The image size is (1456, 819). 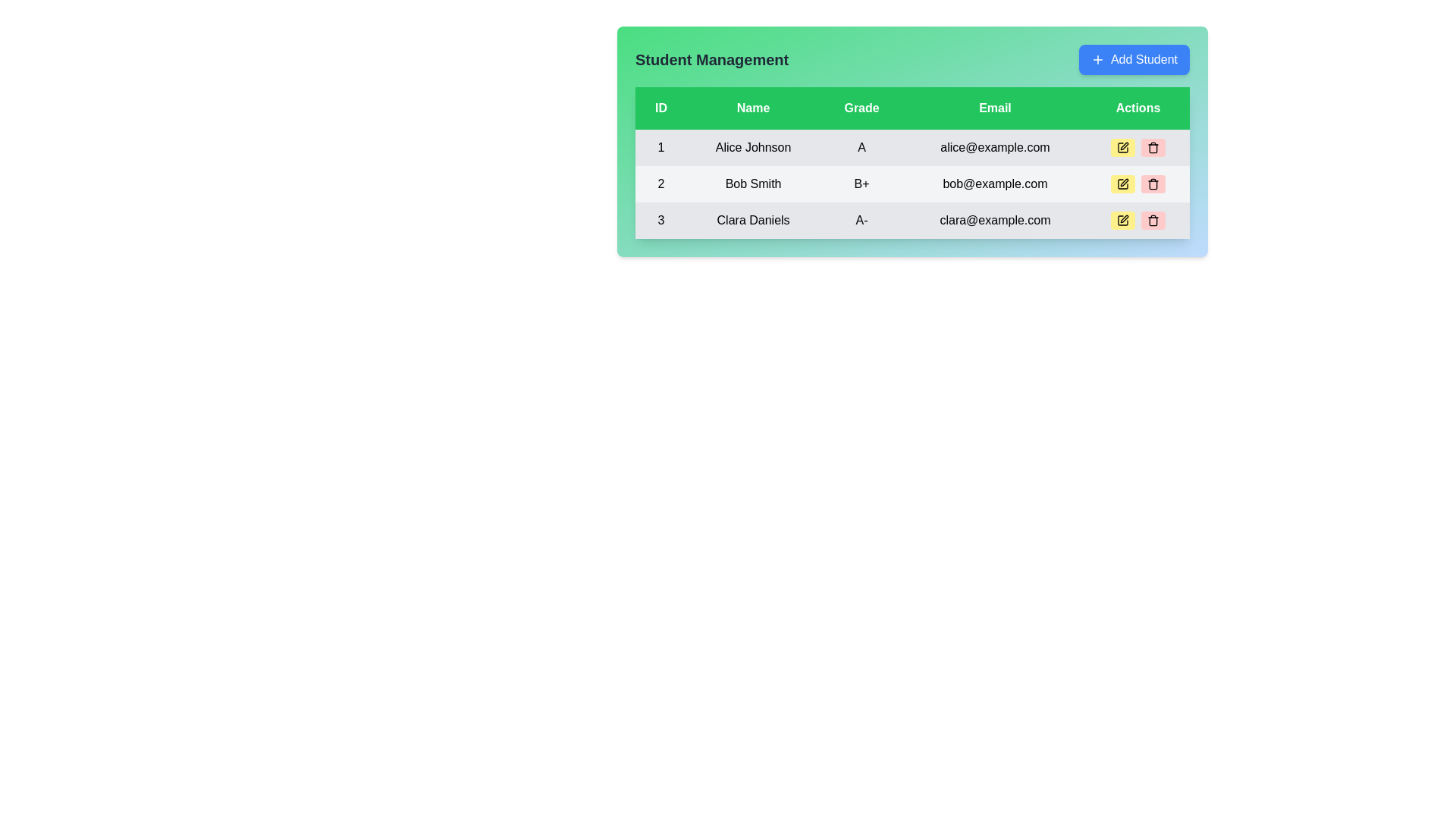 I want to click on the Text Label that indicates the column for grades, located between the 'Name' and 'Email' headers in the table layout, so click(x=861, y=107).